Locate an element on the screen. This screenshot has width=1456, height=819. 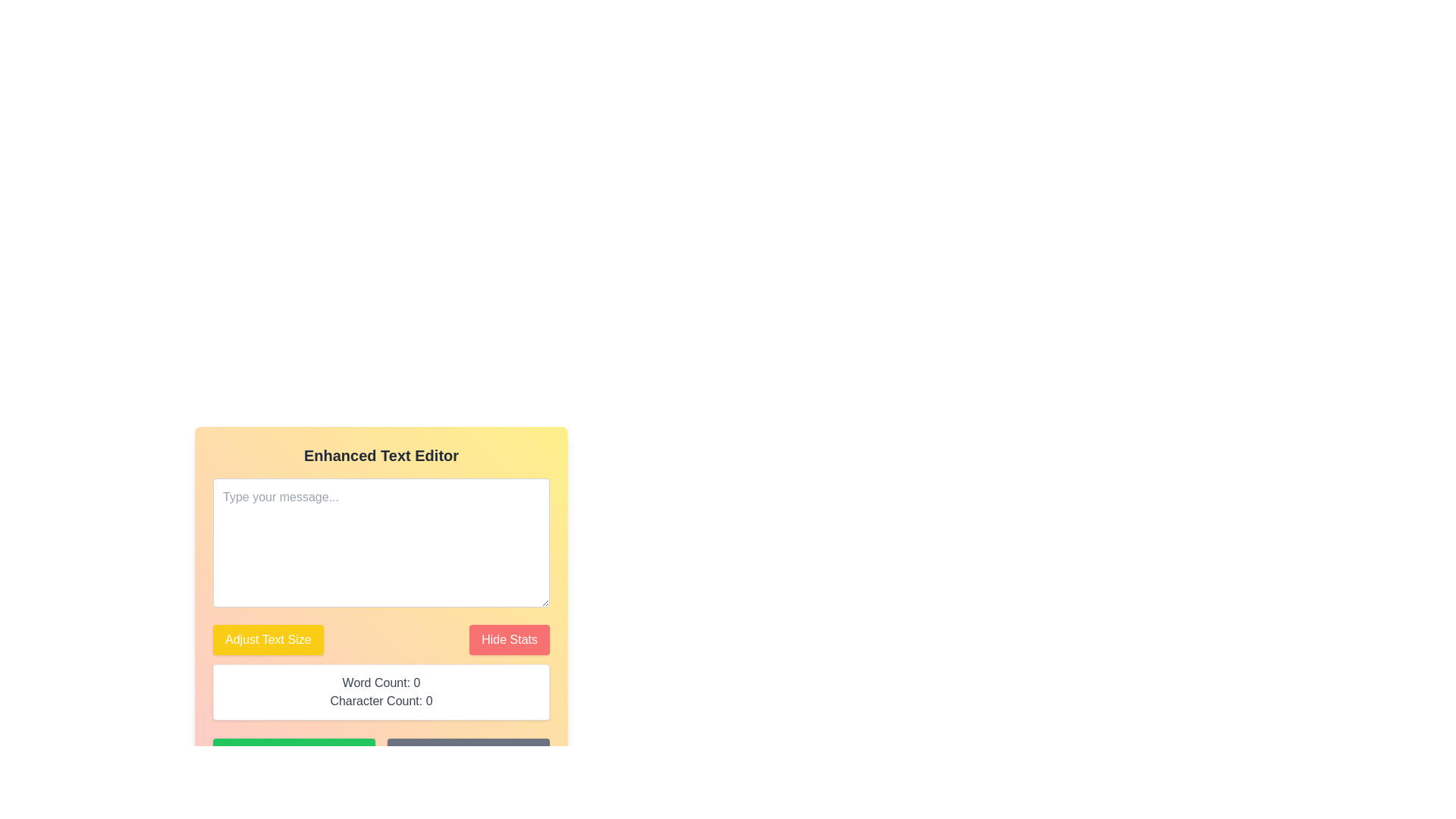
the Text Display element that indicates the current word count, located above the 'Character Count: 0' element within a white, rounded rectangular box is located at coordinates (381, 683).